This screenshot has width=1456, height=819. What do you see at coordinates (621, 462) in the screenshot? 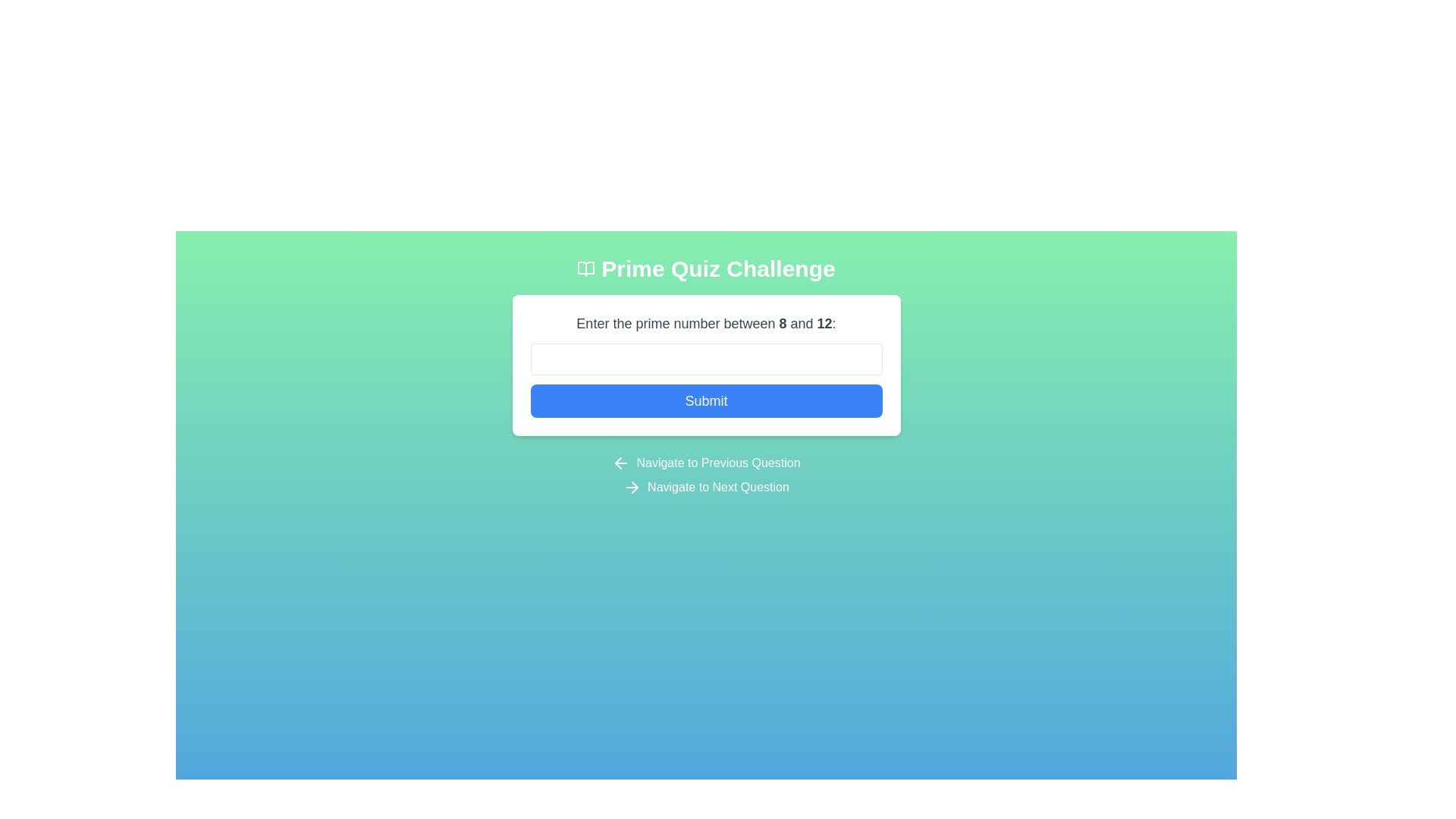
I see `the left arrow icon adjacent to the text 'Navigate to Previous Question'` at bounding box center [621, 462].